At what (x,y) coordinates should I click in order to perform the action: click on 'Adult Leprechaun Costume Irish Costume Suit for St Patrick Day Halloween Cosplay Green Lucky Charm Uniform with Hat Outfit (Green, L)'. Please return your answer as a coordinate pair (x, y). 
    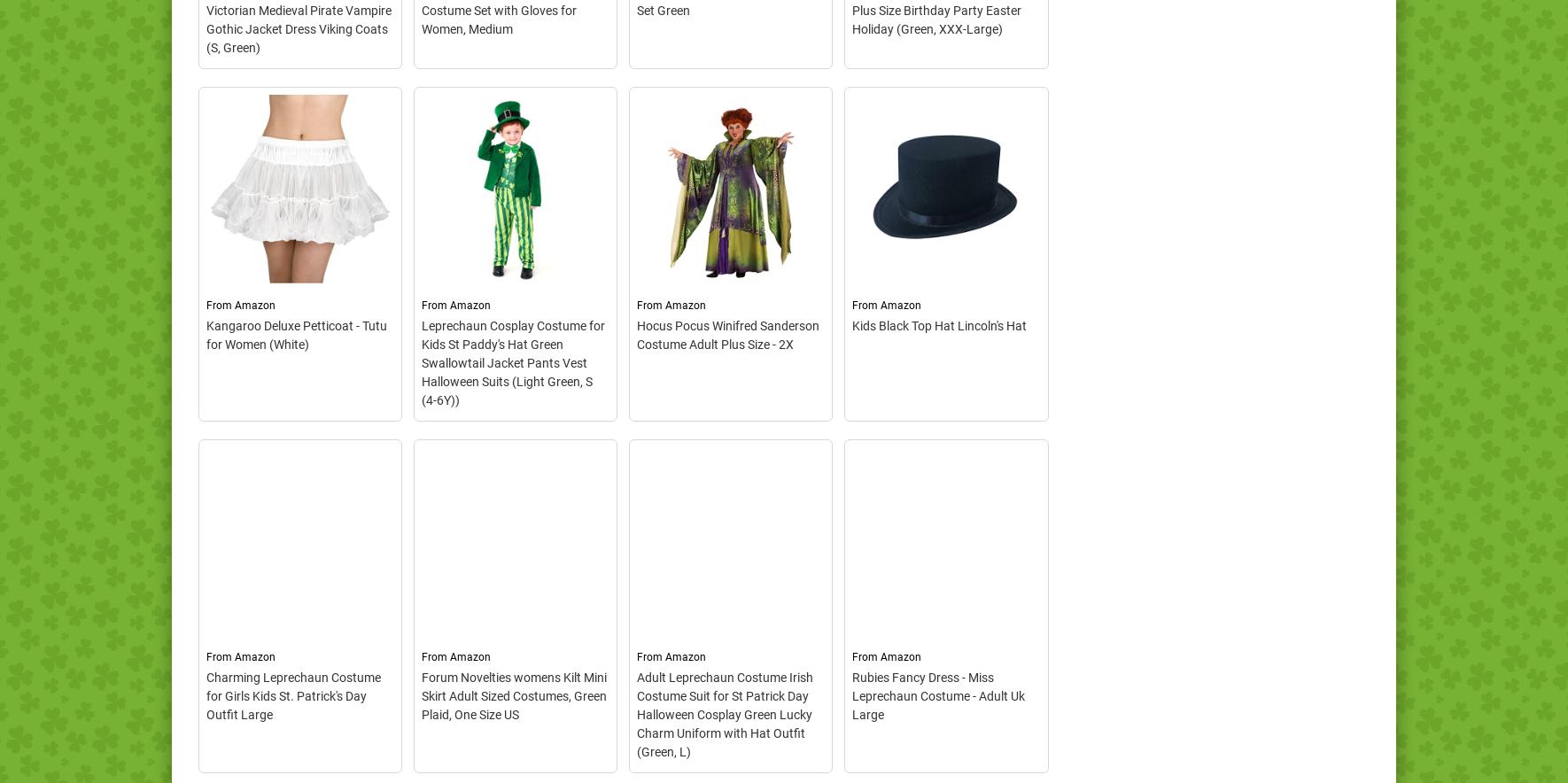
    Looking at the image, I should click on (725, 713).